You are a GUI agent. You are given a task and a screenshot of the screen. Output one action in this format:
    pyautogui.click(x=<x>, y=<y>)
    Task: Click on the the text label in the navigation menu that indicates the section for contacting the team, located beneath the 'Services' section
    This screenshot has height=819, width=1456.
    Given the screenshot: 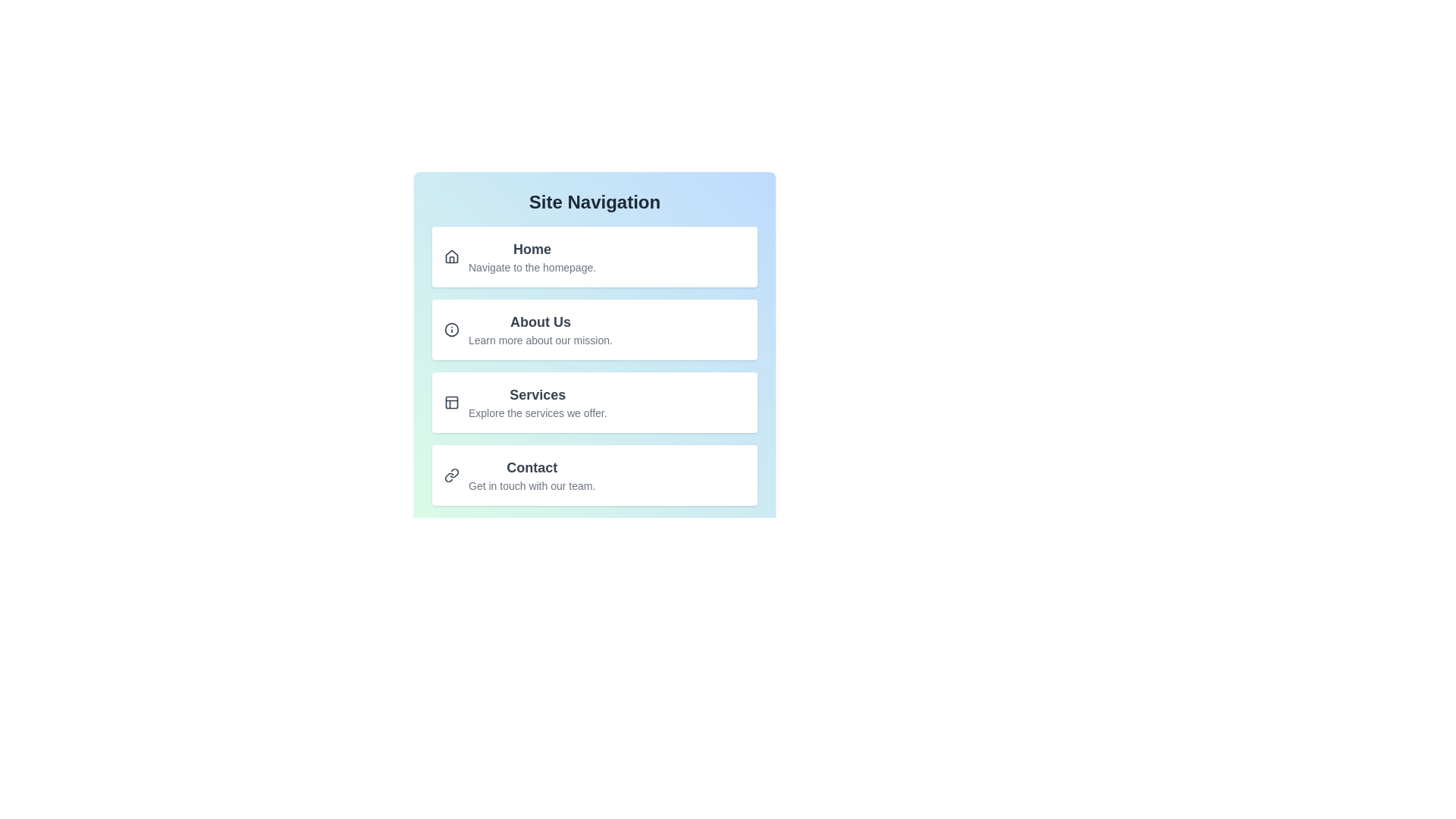 What is the action you would take?
    pyautogui.click(x=532, y=467)
    